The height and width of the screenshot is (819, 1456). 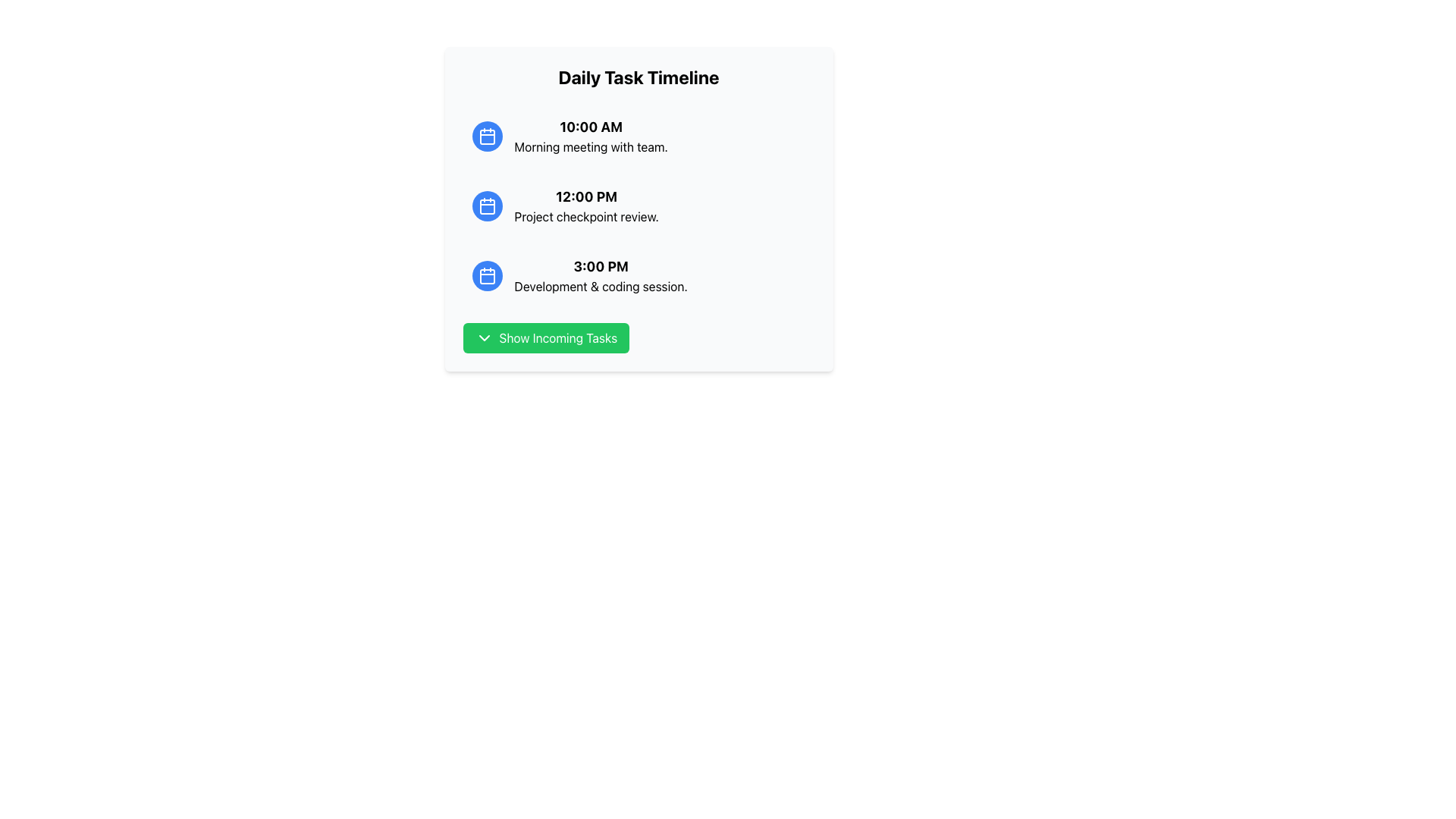 What do you see at coordinates (585, 206) in the screenshot?
I see `the Text Display element that shows '12:00 PM' and 'Project checkpoint review' in the Daily Task Timeline` at bounding box center [585, 206].